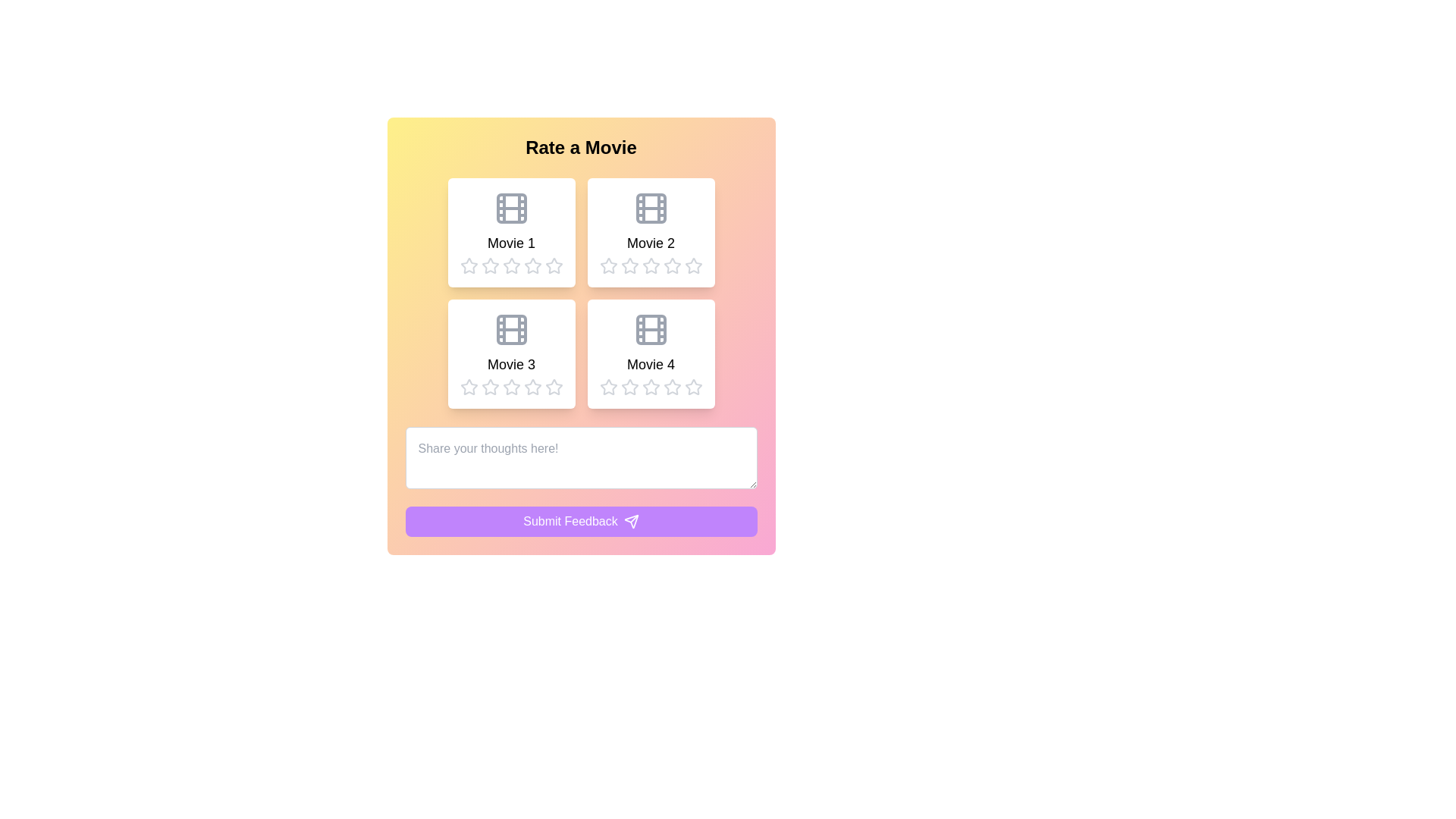 This screenshot has width=1456, height=819. What do you see at coordinates (553, 386) in the screenshot?
I see `the third Rating Star Icon in the rating section for 'Movie 3'` at bounding box center [553, 386].